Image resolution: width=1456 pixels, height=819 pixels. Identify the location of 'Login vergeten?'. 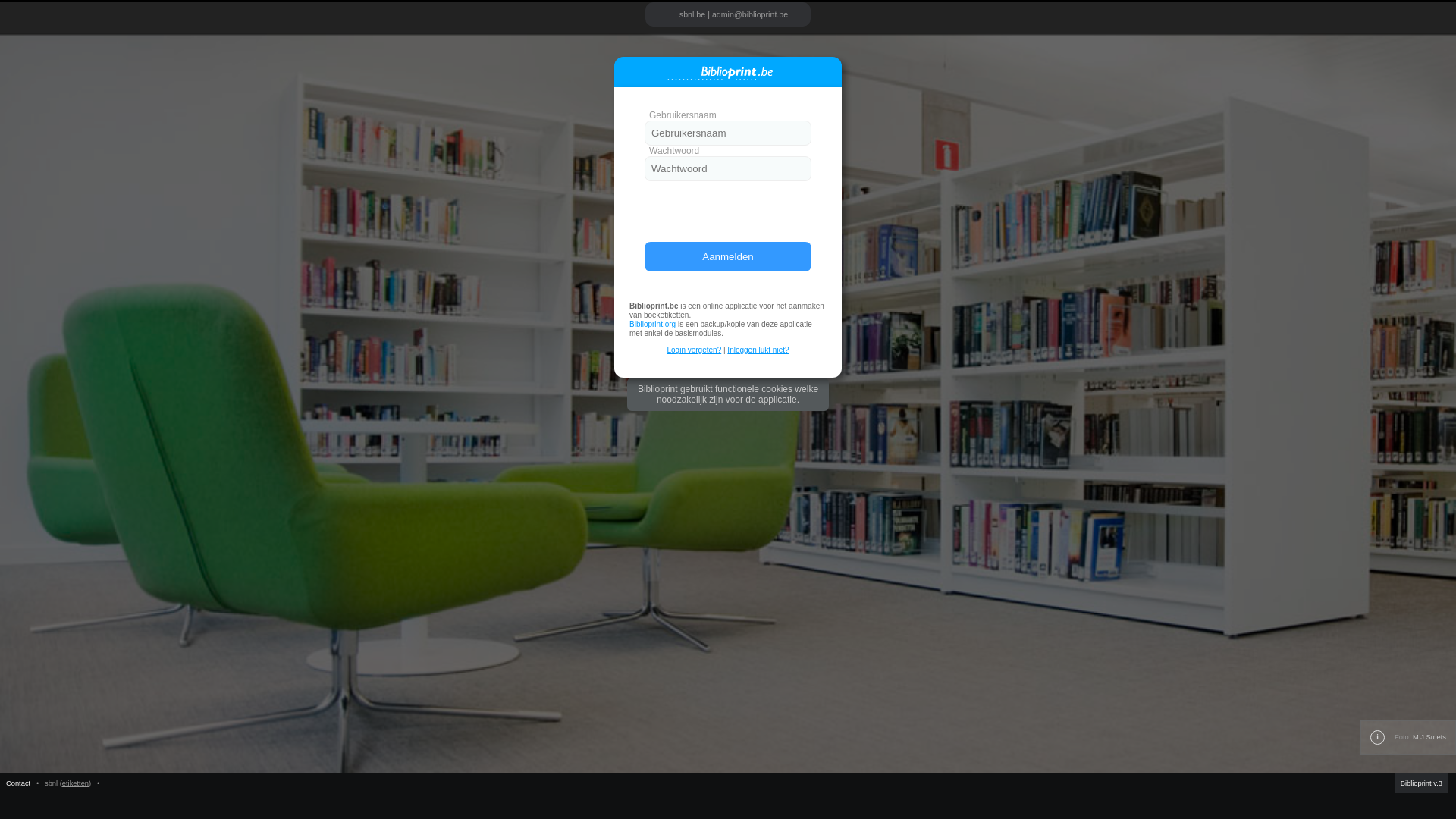
(666, 350).